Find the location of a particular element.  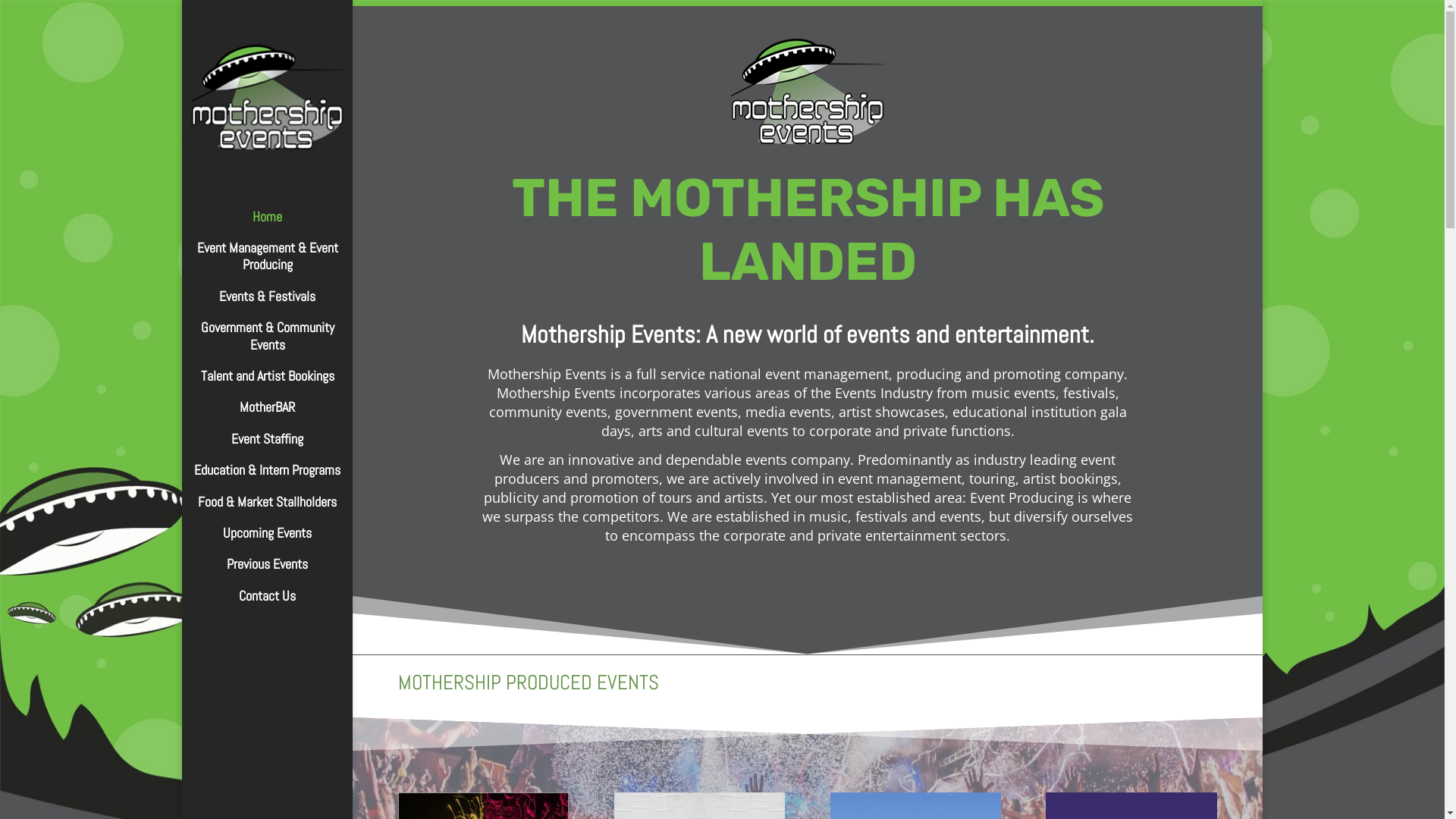

'Government & Community Events' is located at coordinates (282, 343).